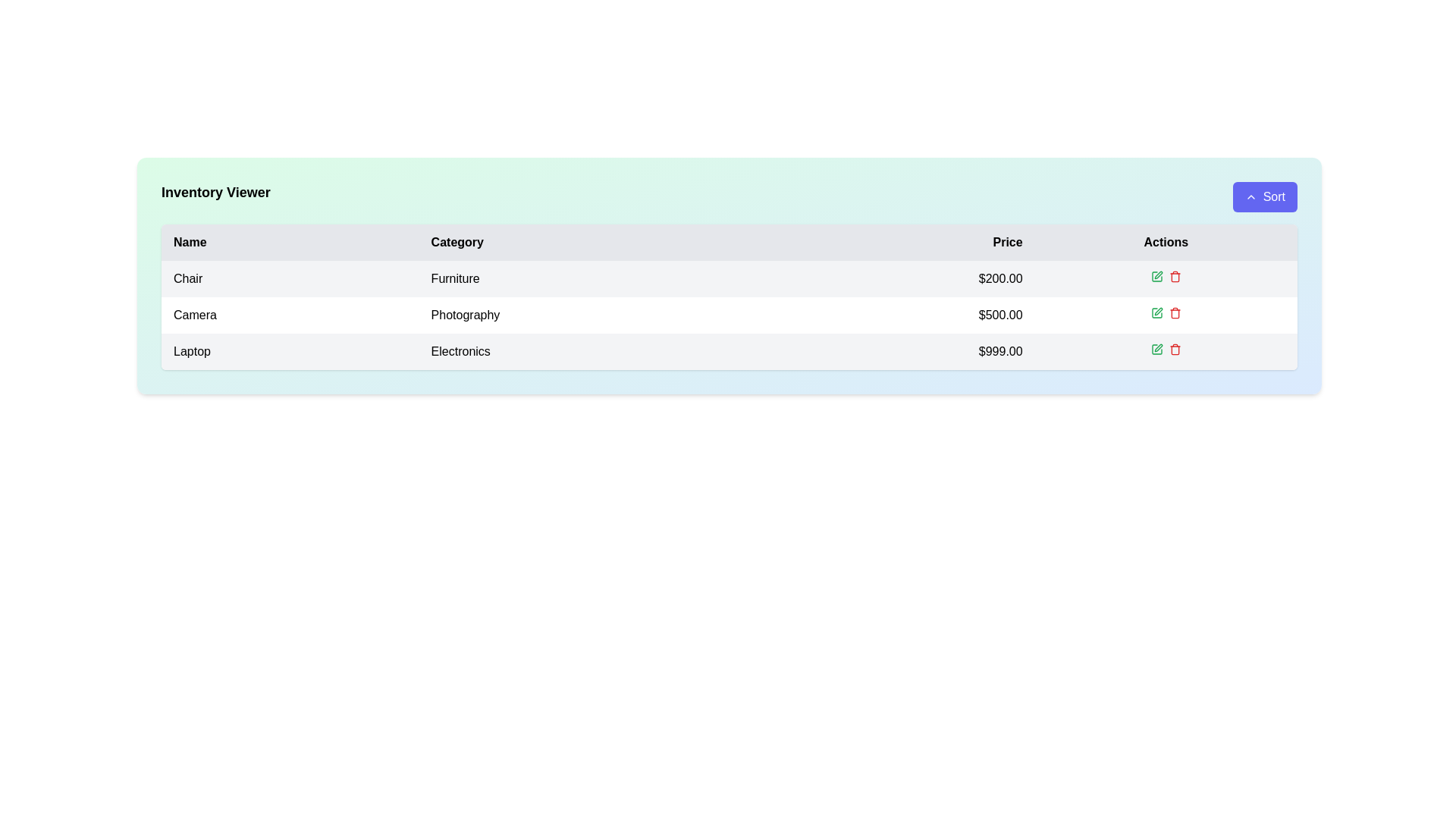 This screenshot has height=819, width=1456. I want to click on the red trash icon button in the 'Actions' column of the second row, so click(1174, 312).